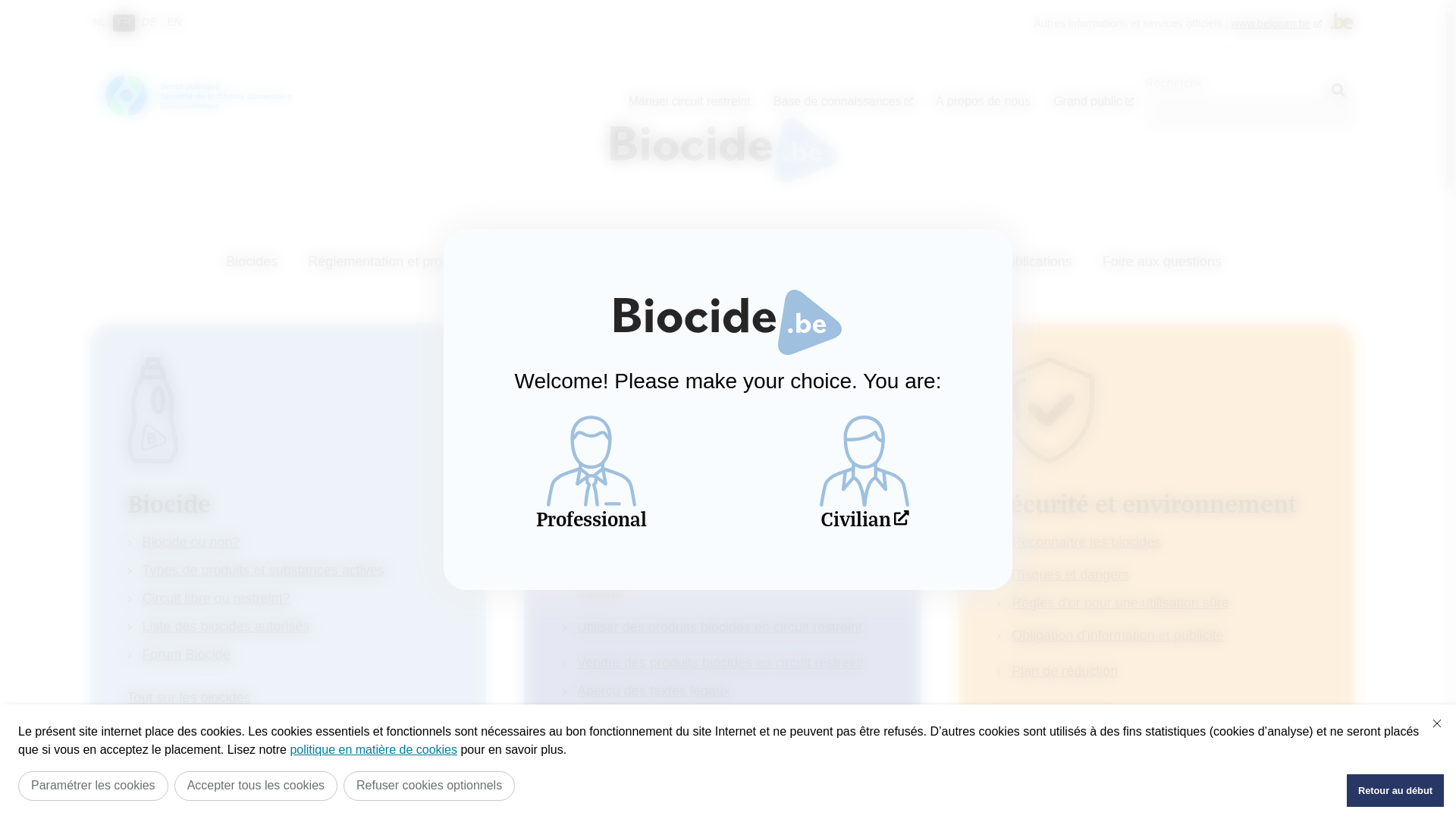  Describe the element at coordinates (215, 598) in the screenshot. I see `'Circuit libre ou restreint?'` at that location.